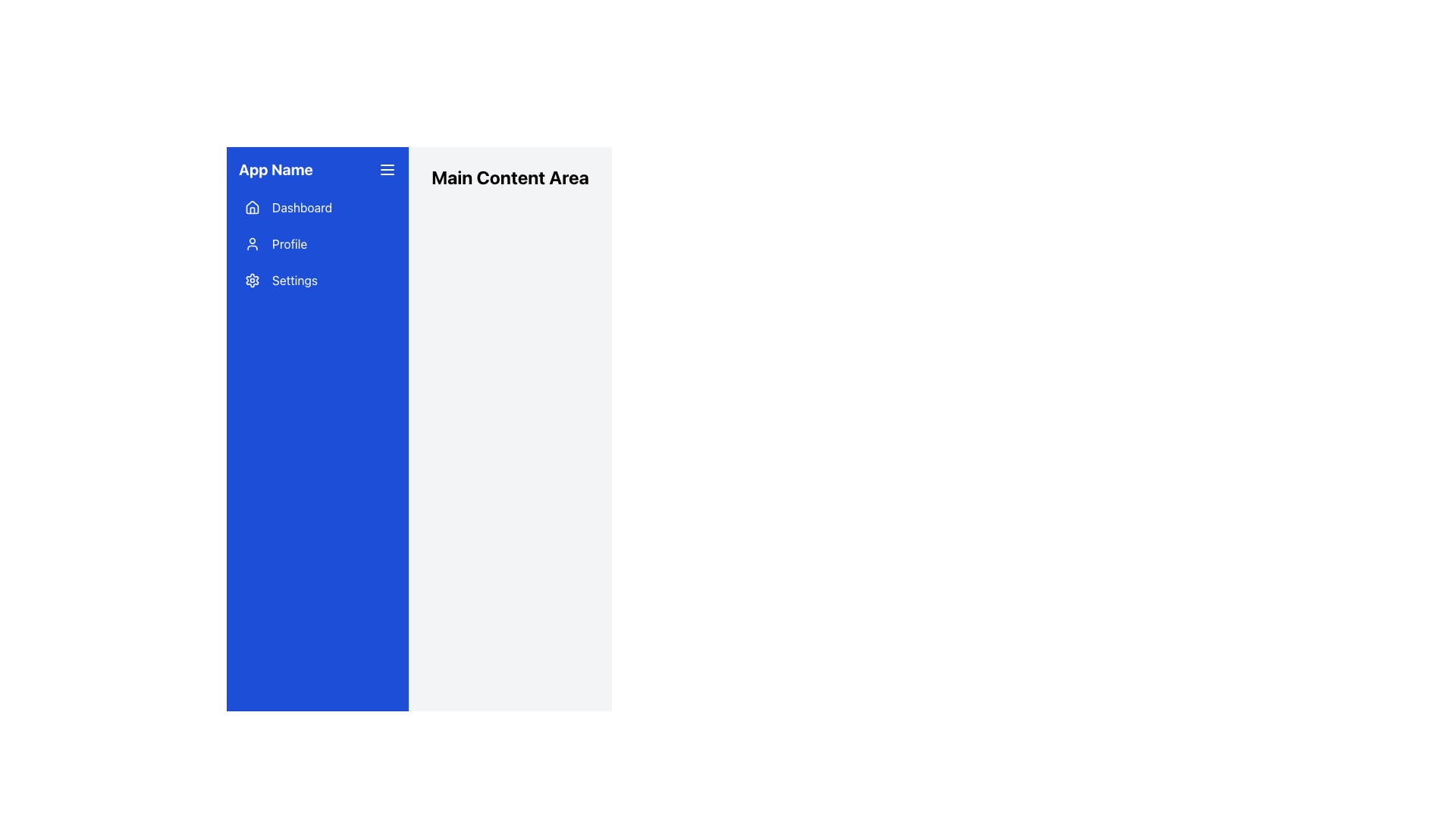 The width and height of the screenshot is (1456, 819). What do you see at coordinates (252, 207) in the screenshot?
I see `the house icon in the left navigation bar associated with the 'Dashboard' label` at bounding box center [252, 207].